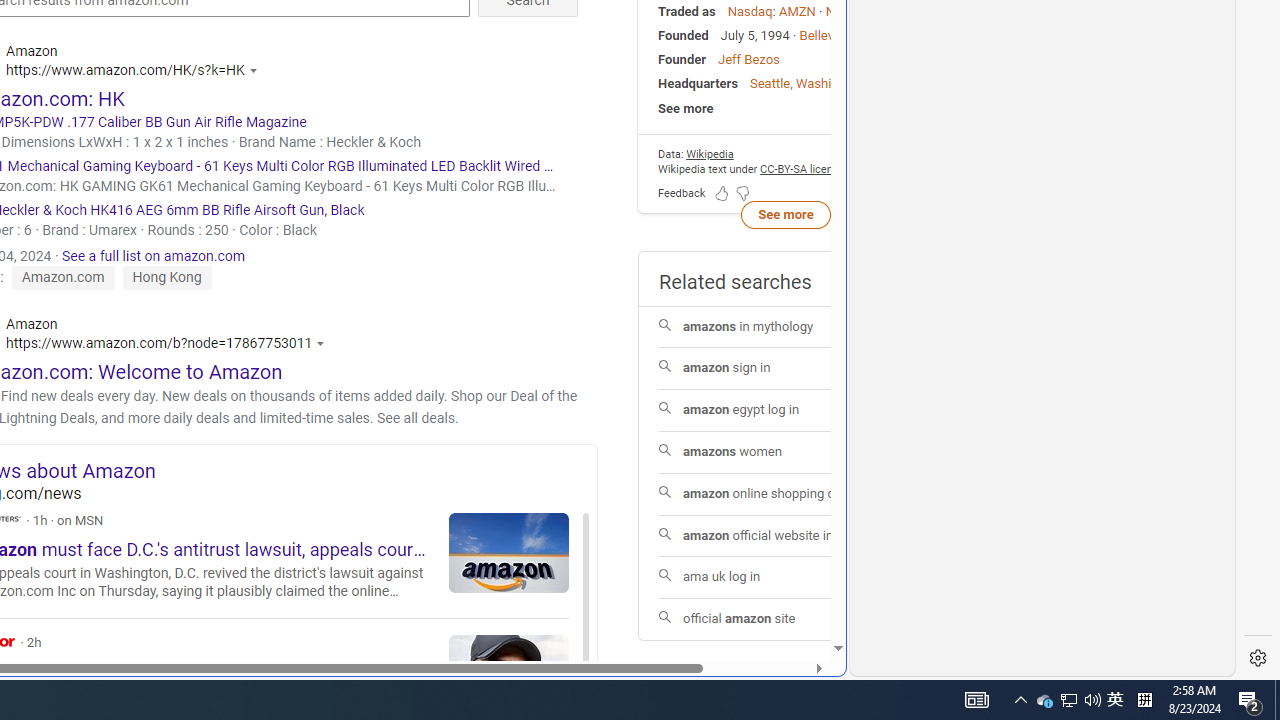  I want to click on 'Feedback Dislike', so click(742, 192).